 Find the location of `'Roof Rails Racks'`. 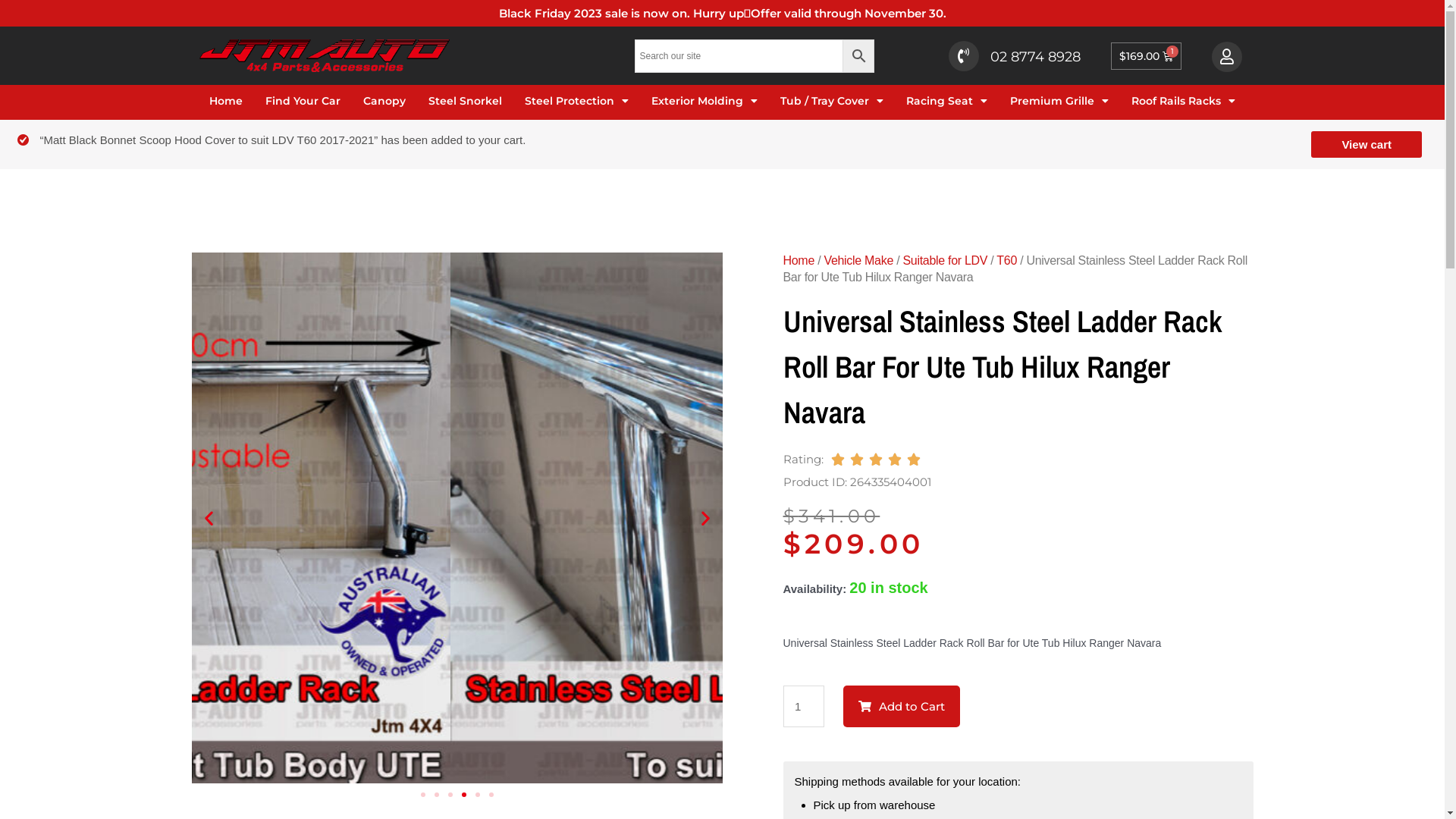

'Roof Rails Racks' is located at coordinates (1182, 101).